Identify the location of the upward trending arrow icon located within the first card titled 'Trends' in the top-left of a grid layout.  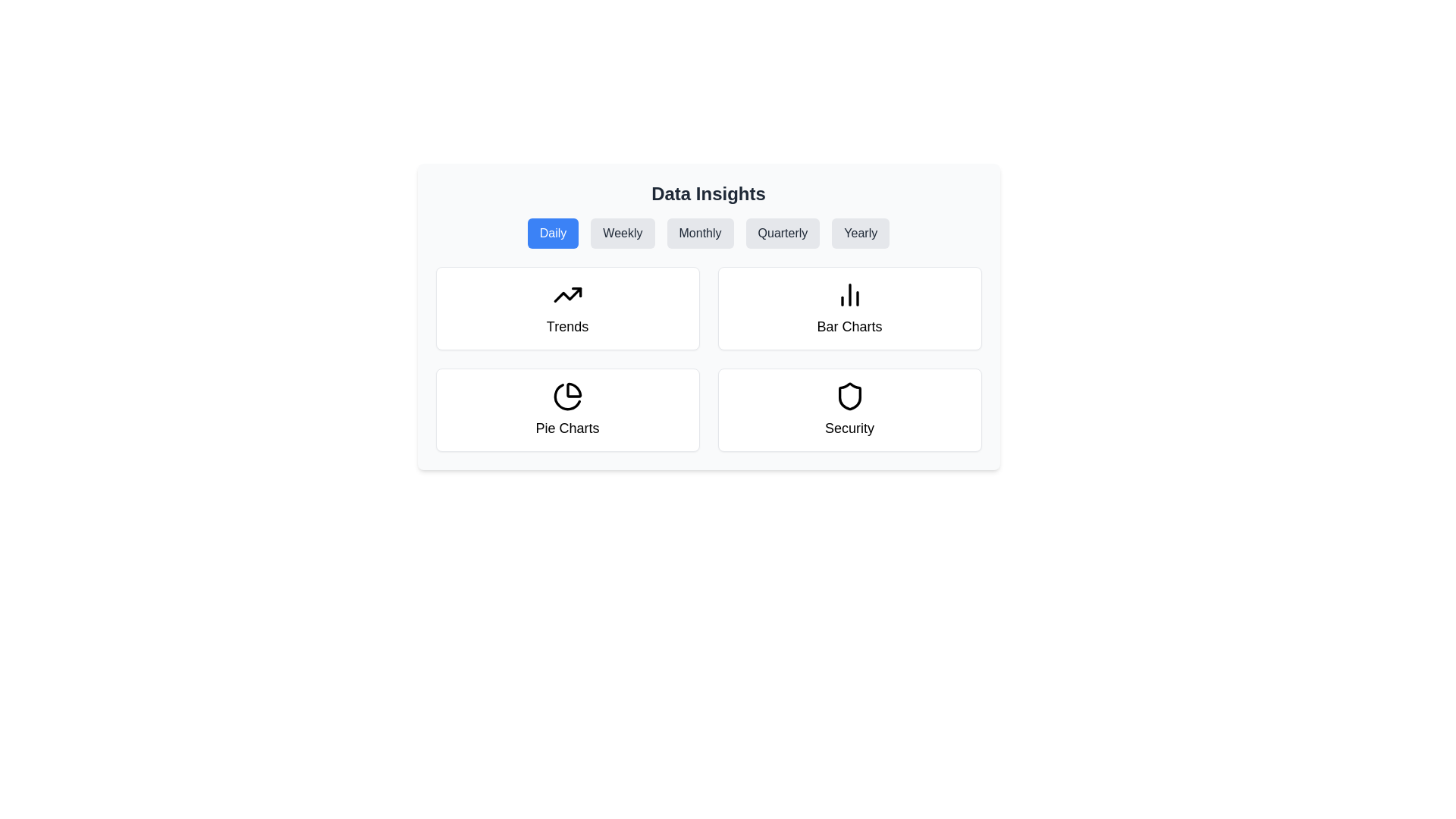
(566, 295).